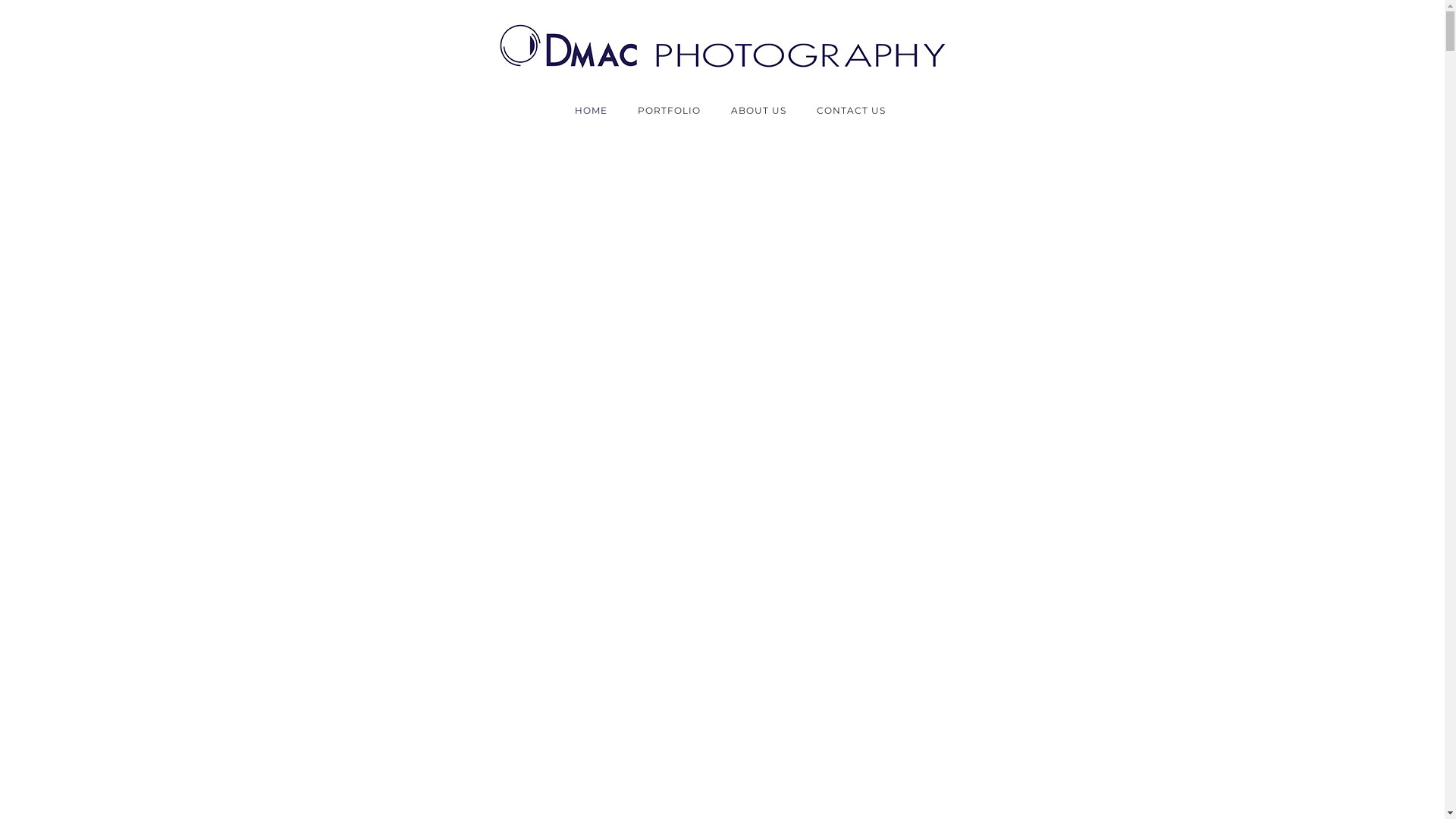  Describe the element at coordinates (842, 109) in the screenshot. I see `'CONTACT US'` at that location.